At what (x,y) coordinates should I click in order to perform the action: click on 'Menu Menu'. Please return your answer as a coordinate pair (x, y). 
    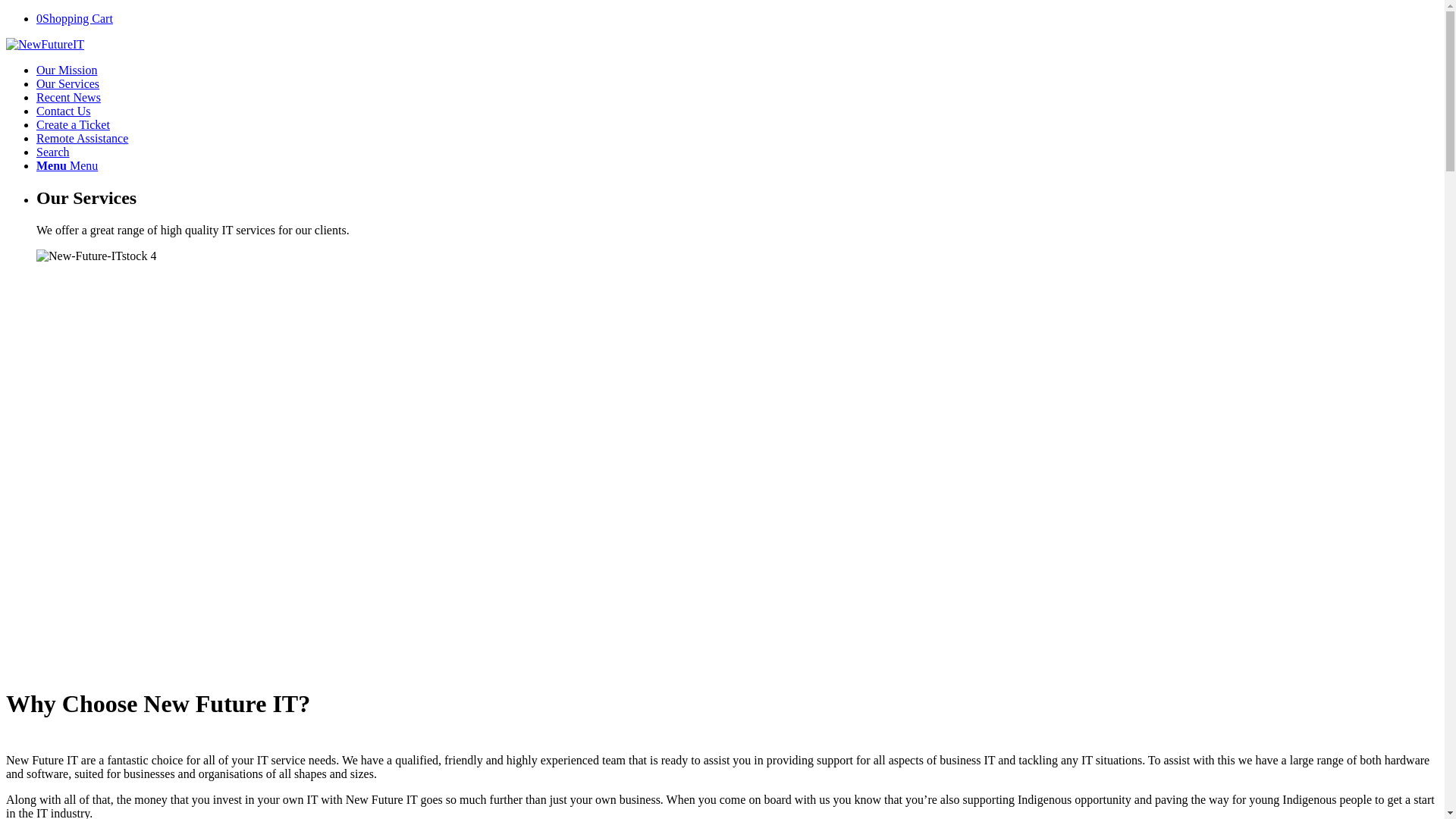
    Looking at the image, I should click on (36, 165).